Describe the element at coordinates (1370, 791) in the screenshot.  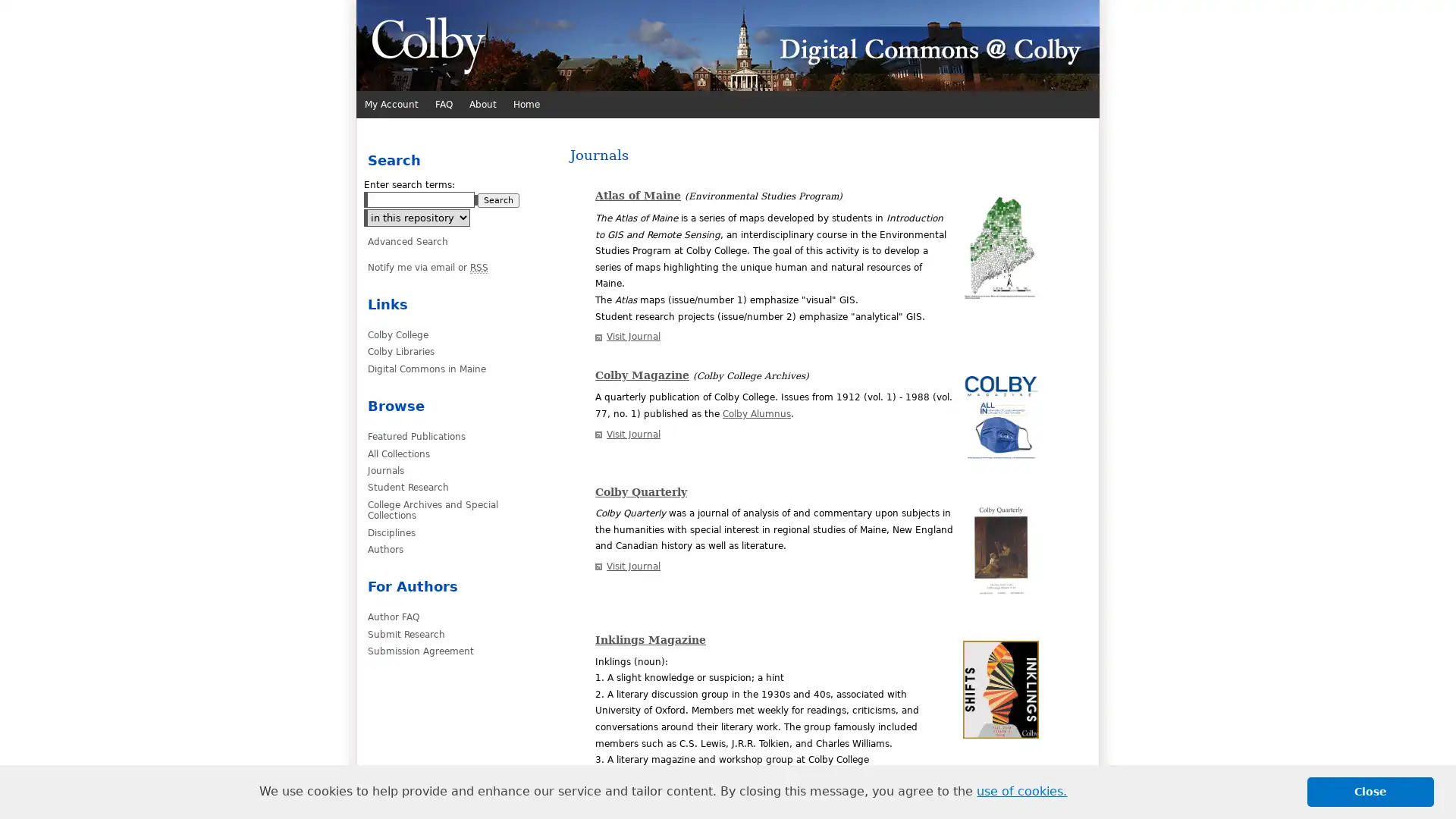
I see `dismiss cookie message` at that location.